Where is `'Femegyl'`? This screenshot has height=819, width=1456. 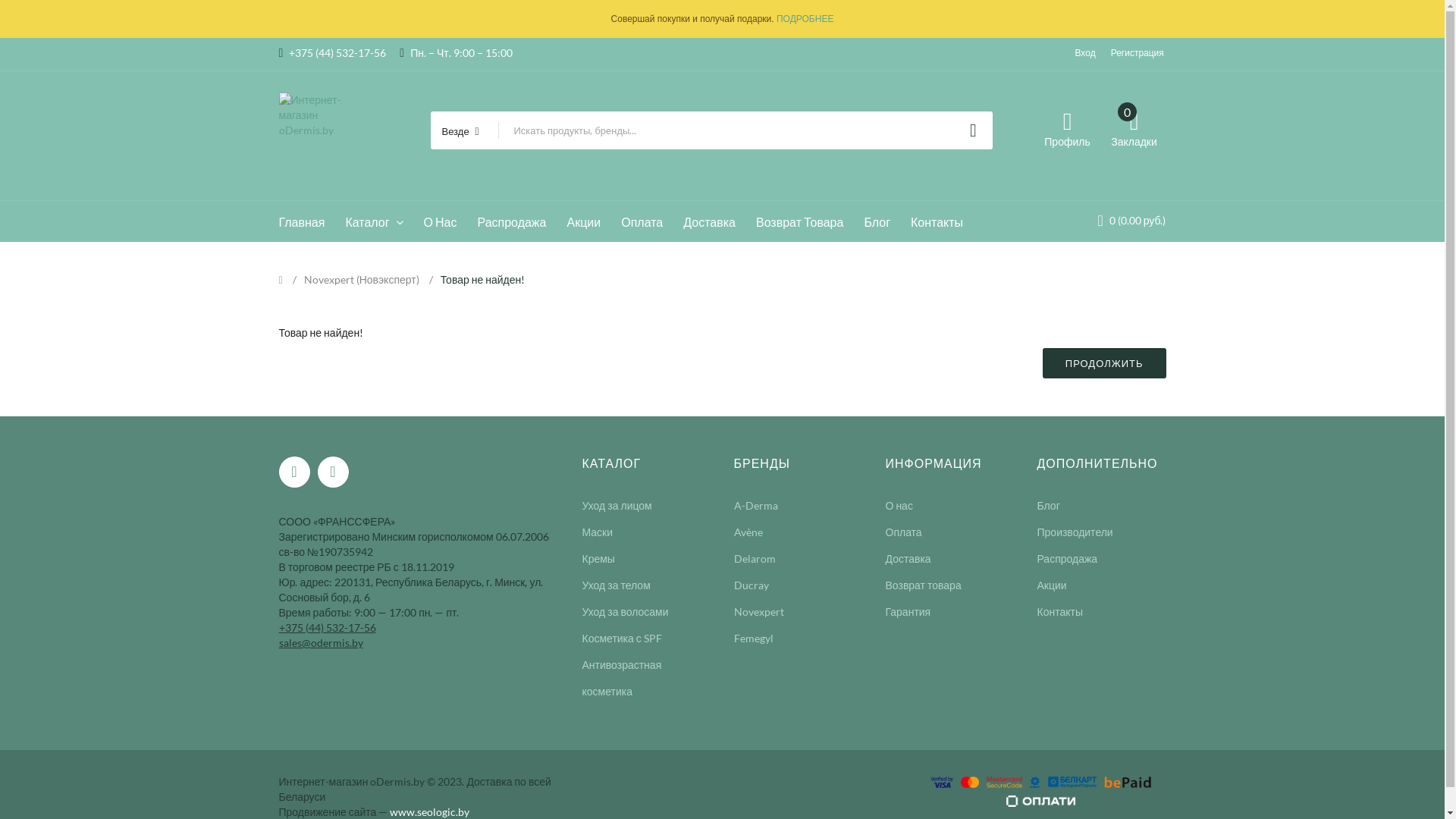
'Femegyl' is located at coordinates (753, 638).